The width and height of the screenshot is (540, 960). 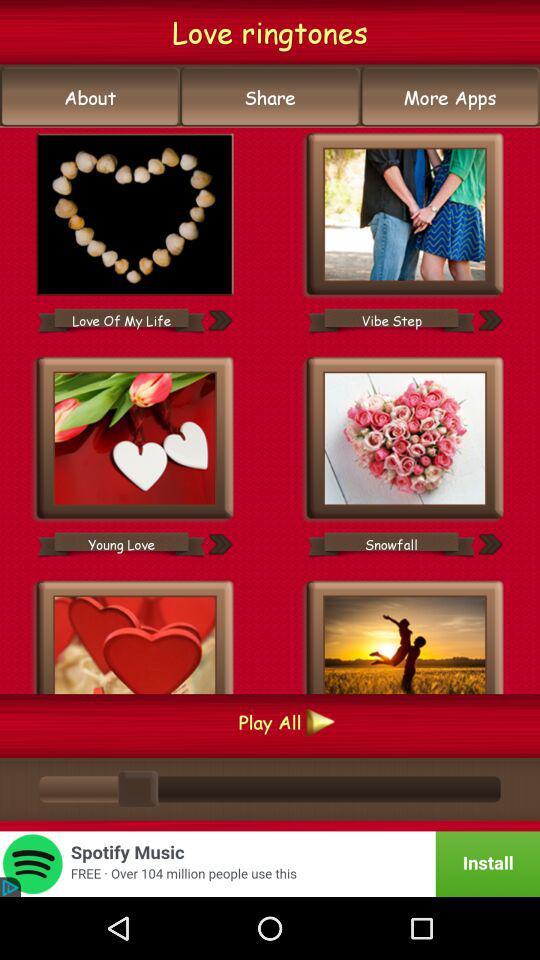 I want to click on icon to the left of the more apps item, so click(x=270, y=97).